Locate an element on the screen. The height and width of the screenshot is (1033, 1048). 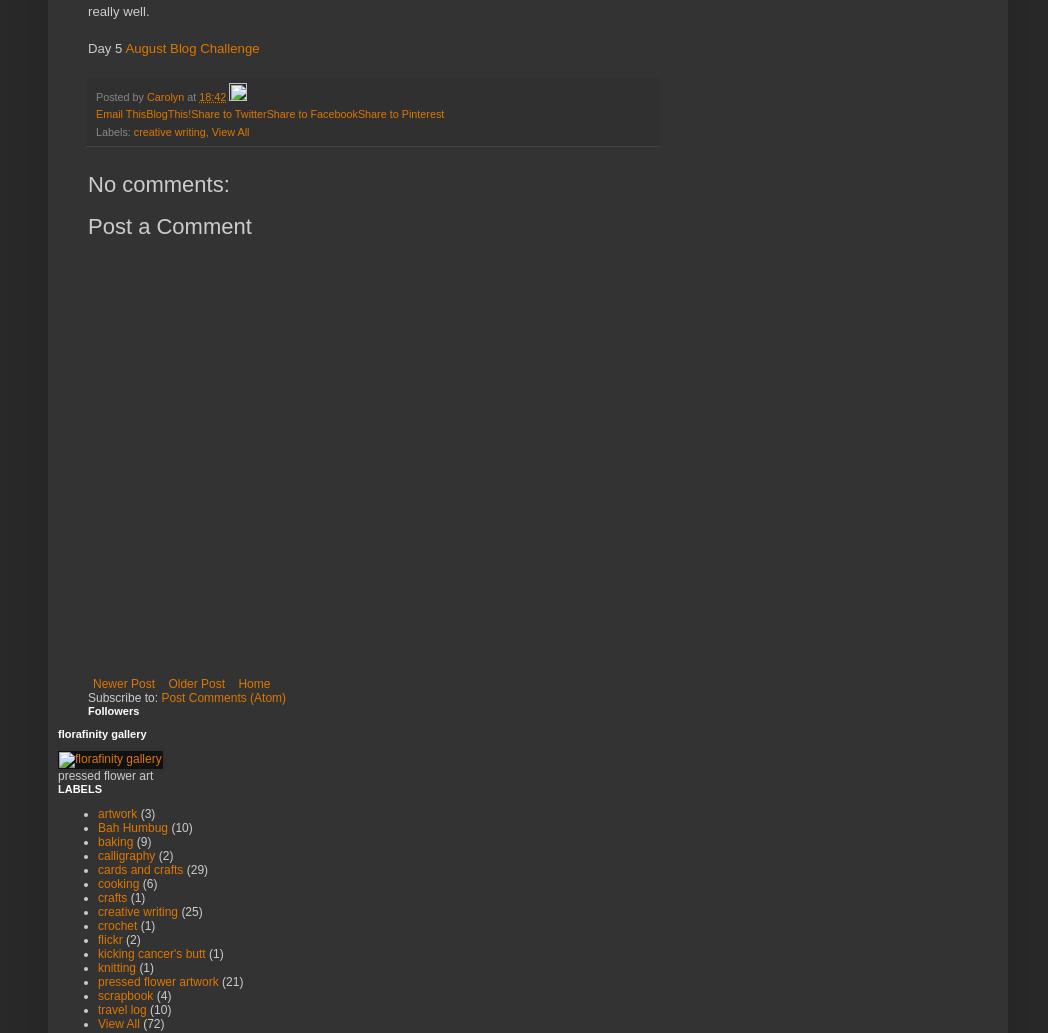
'Labels:' is located at coordinates (113, 130).